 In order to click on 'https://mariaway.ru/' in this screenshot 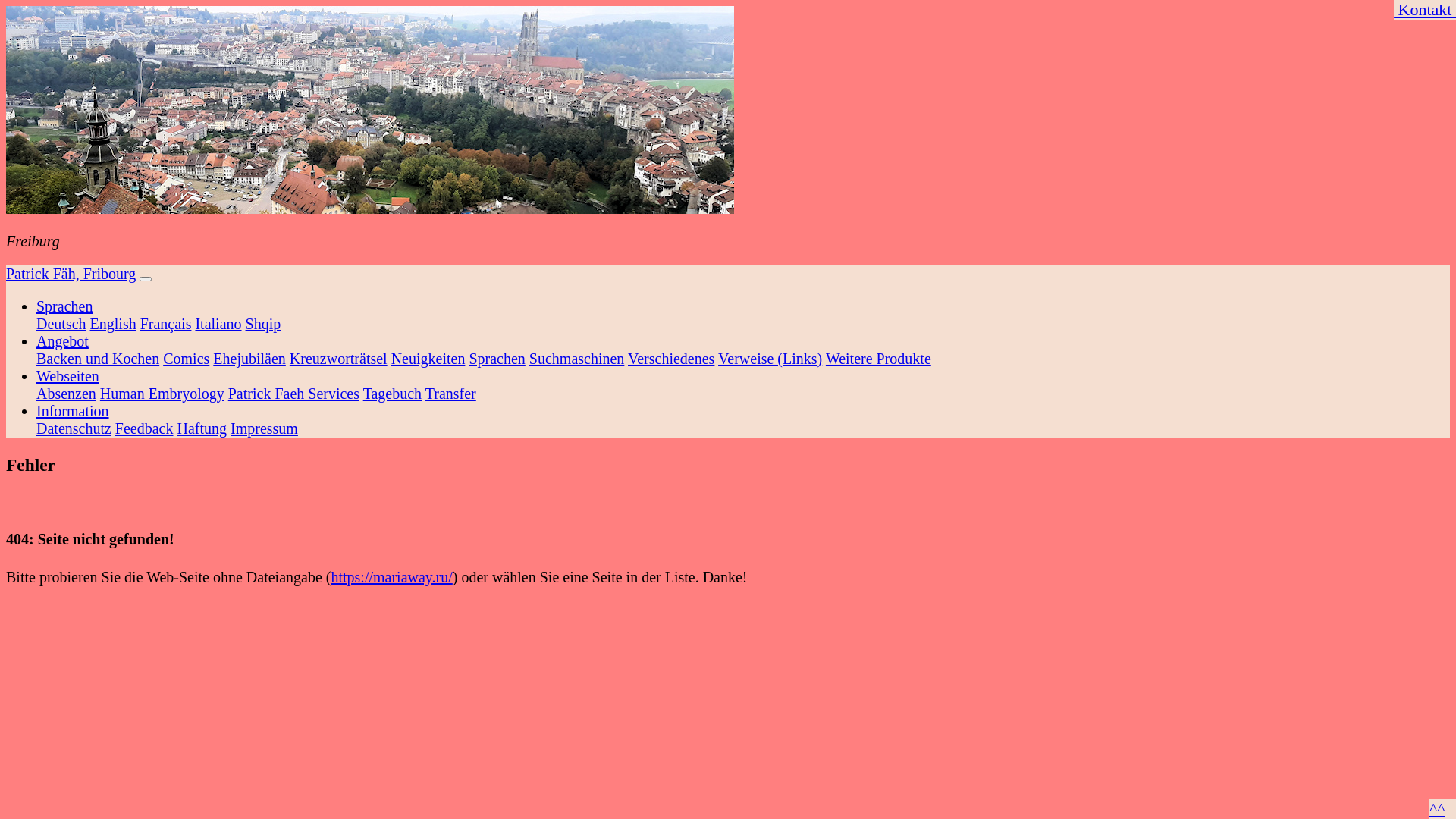, I will do `click(391, 576)`.